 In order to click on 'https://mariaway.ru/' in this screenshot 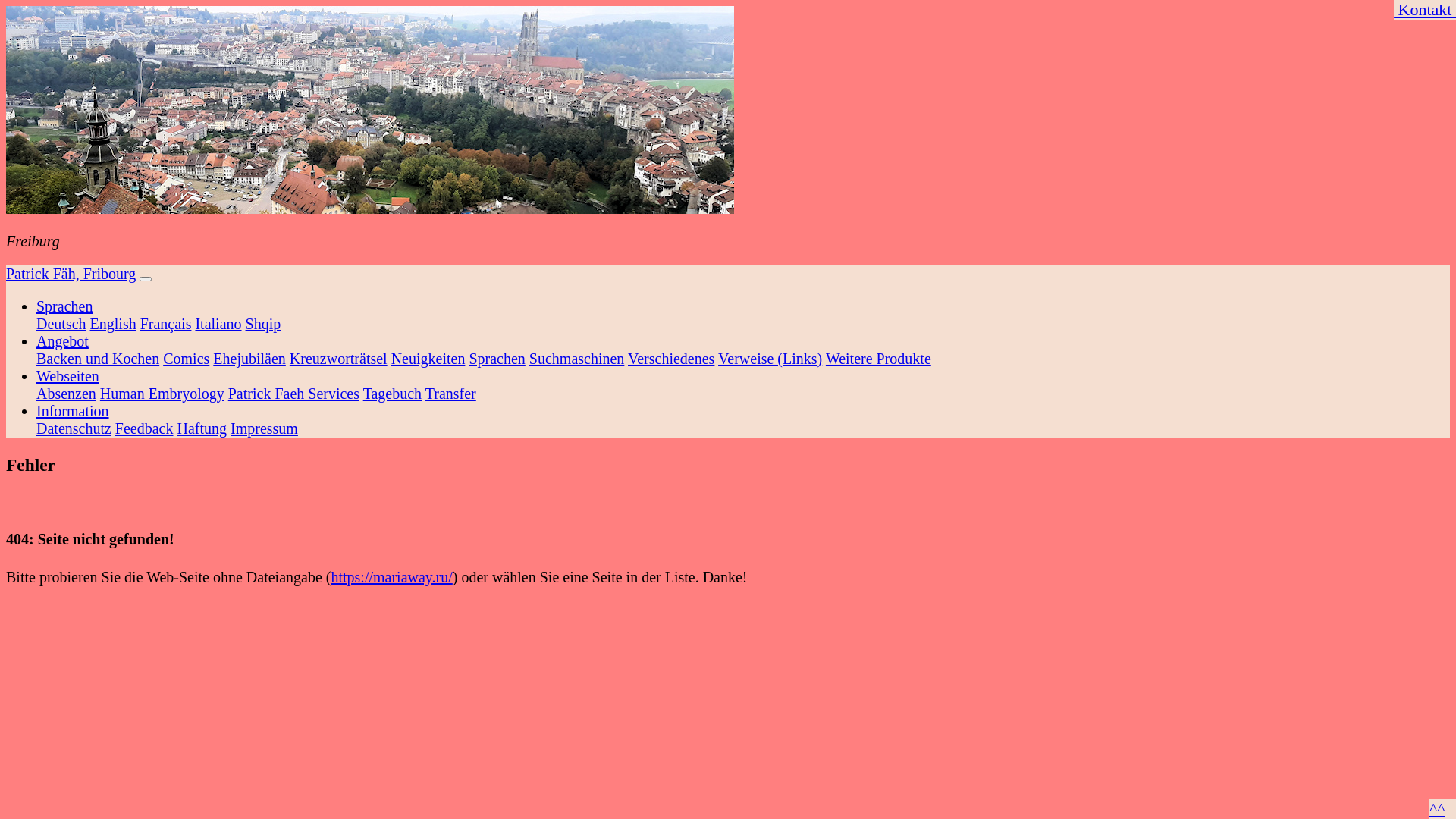, I will do `click(391, 576)`.